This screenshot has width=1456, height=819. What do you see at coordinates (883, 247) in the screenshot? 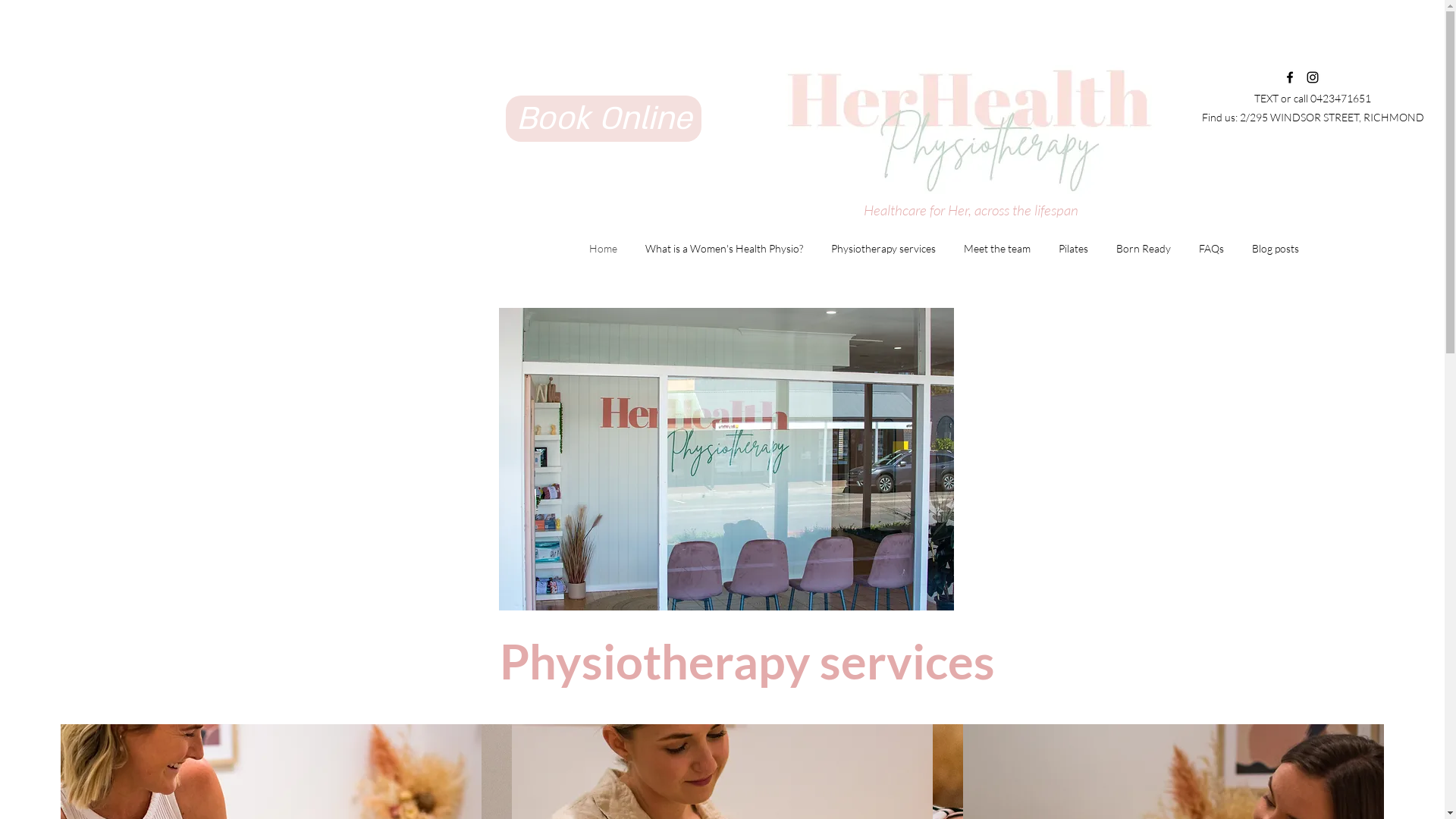
I see `'Physiotherapy services'` at bounding box center [883, 247].